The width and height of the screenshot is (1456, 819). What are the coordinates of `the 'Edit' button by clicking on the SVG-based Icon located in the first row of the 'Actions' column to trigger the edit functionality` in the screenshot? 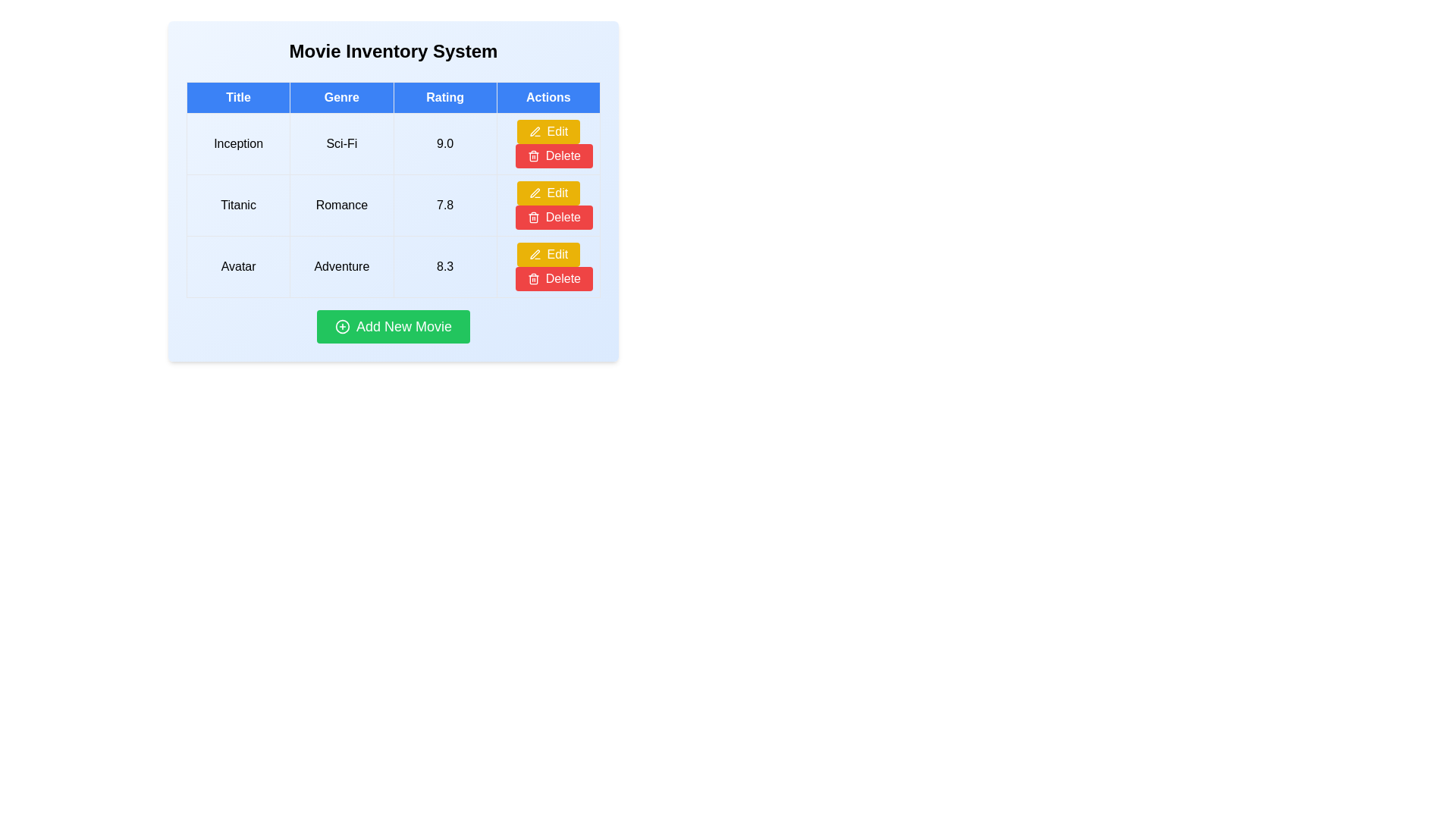 It's located at (535, 130).